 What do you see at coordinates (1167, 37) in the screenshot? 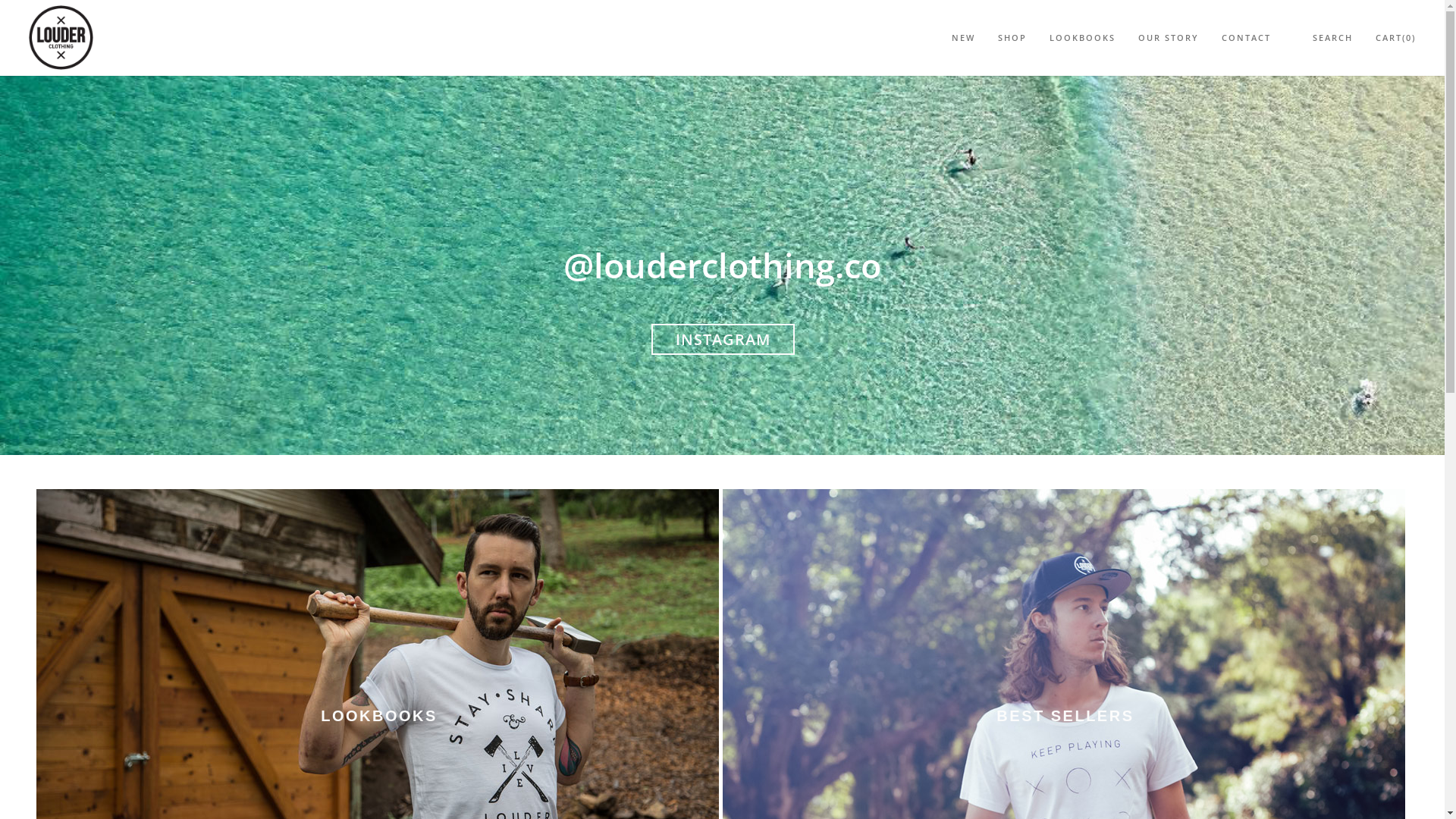
I see `'OUR STORY'` at bounding box center [1167, 37].